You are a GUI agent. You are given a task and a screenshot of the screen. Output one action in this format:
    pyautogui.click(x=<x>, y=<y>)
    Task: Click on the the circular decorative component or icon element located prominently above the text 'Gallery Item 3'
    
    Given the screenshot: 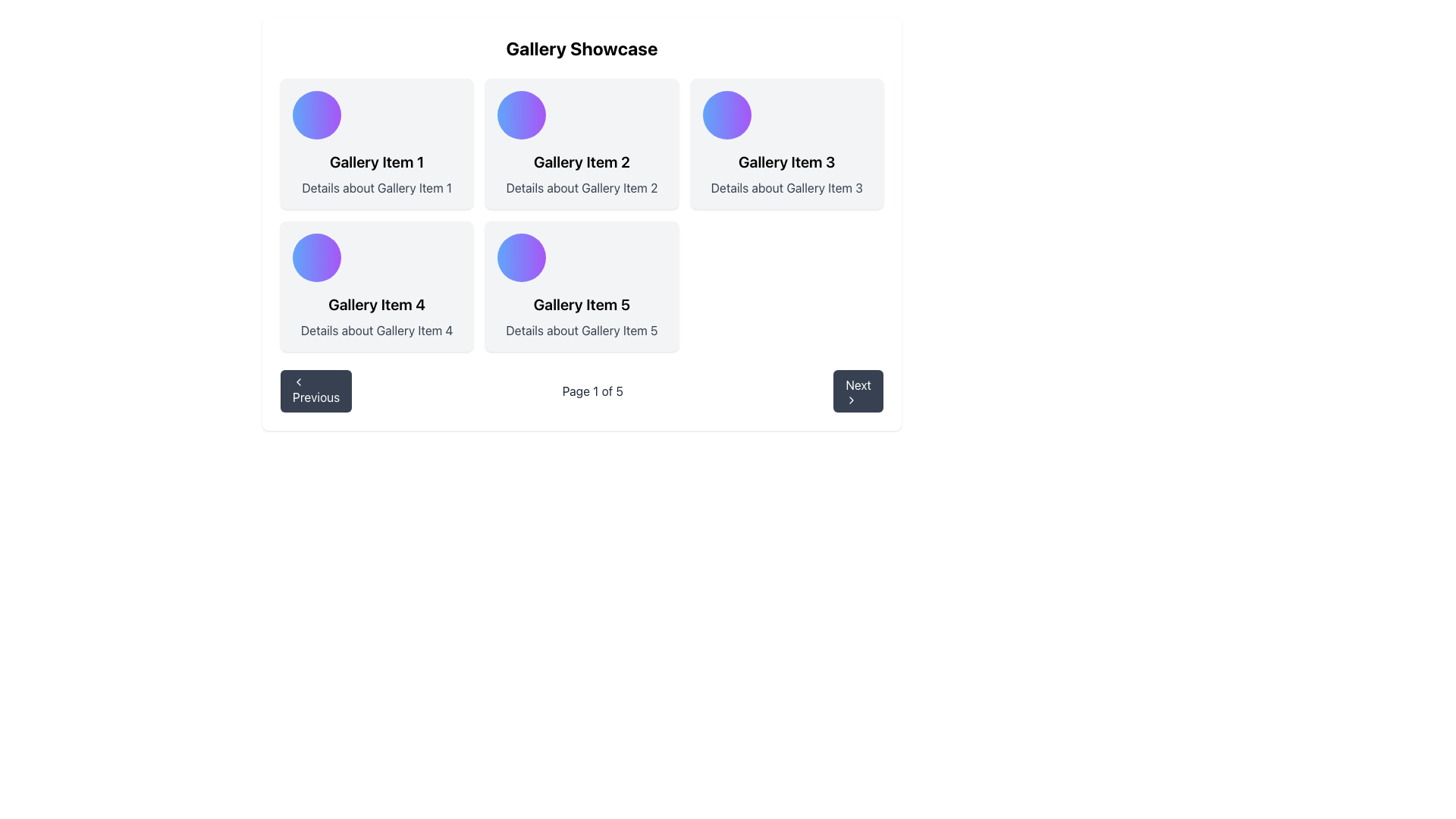 What is the action you would take?
    pyautogui.click(x=726, y=114)
    